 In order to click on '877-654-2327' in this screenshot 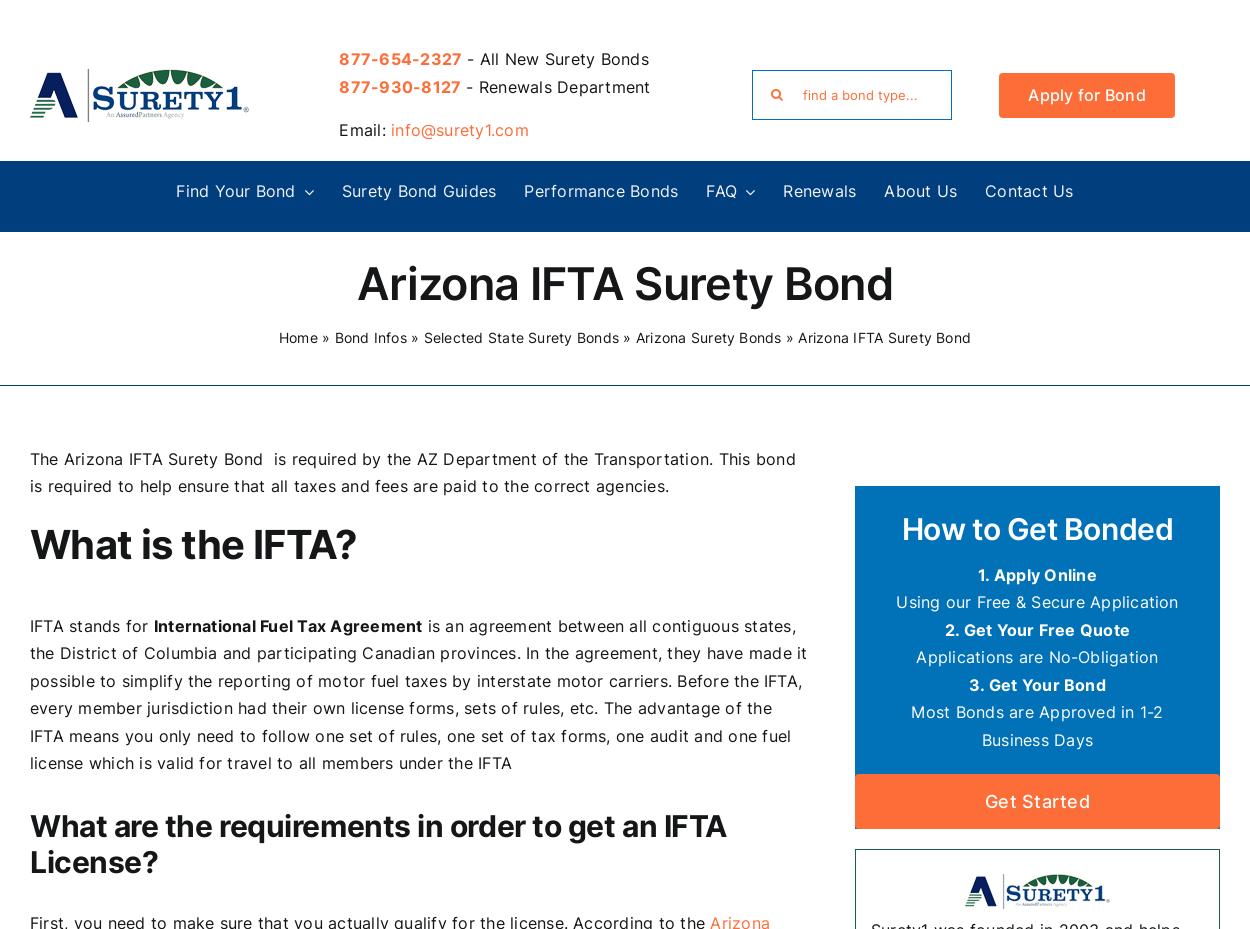, I will do `click(400, 57)`.